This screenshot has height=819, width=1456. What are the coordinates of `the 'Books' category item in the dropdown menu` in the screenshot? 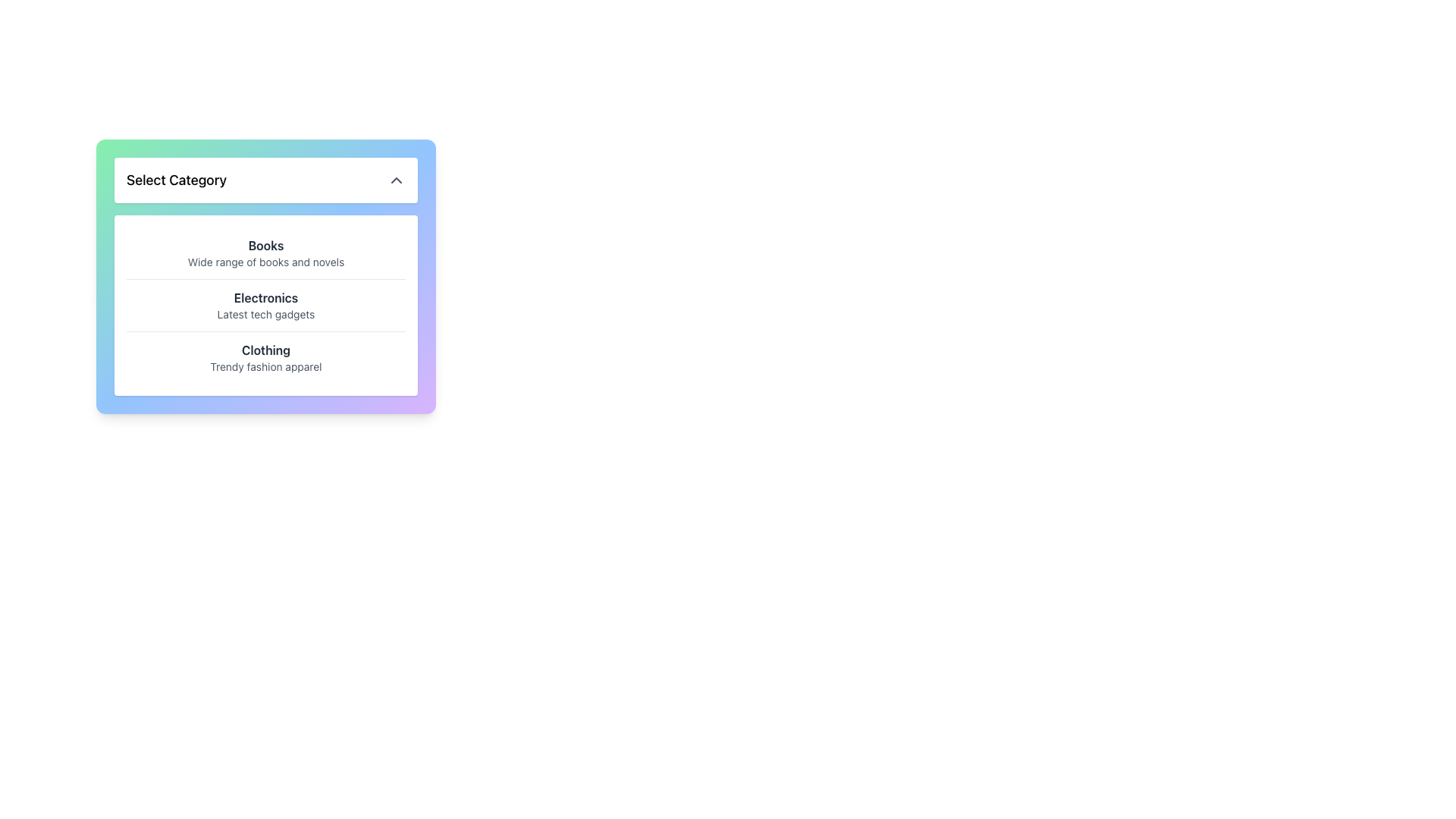 It's located at (265, 253).